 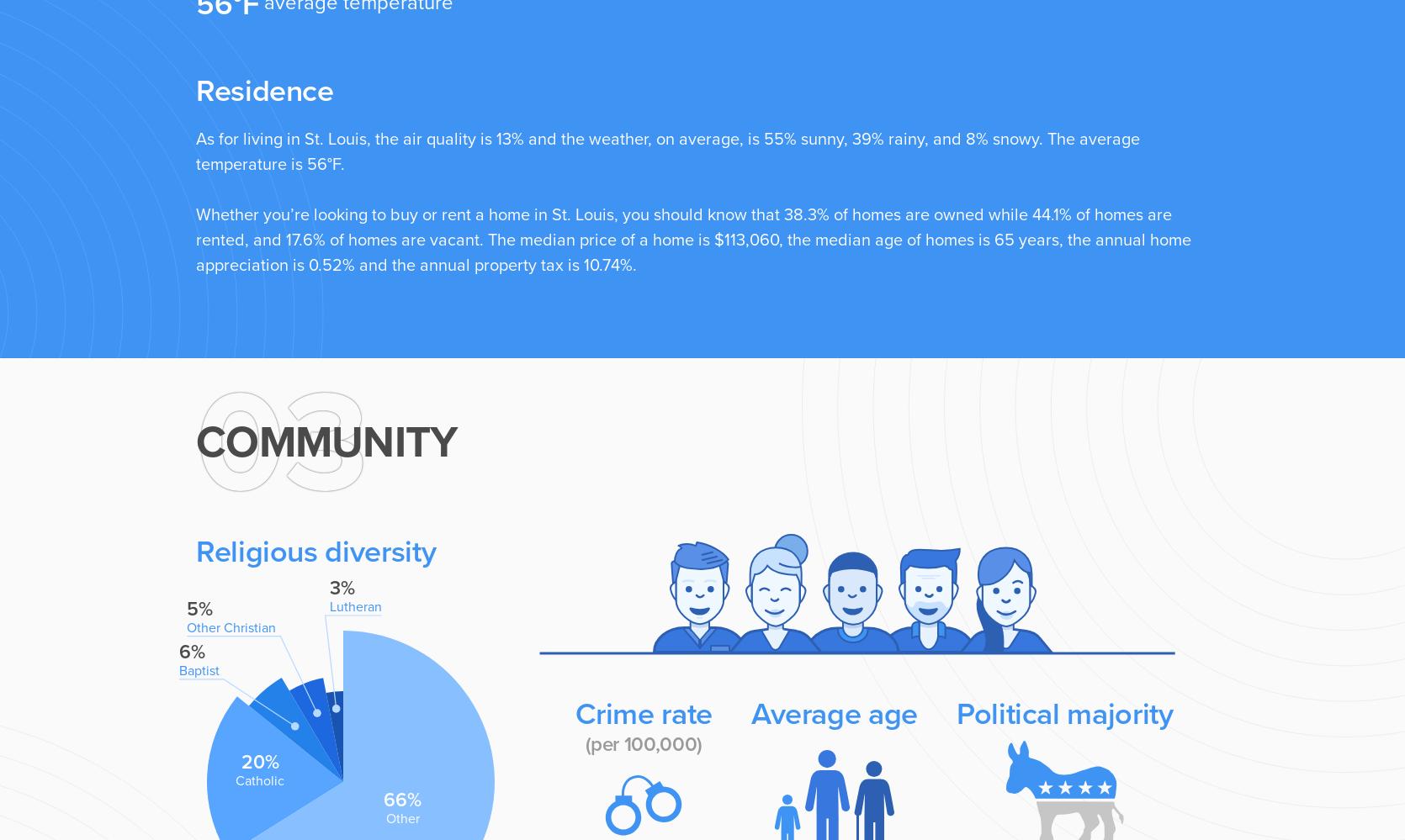 I want to click on 'Lutheran', so click(x=354, y=605).